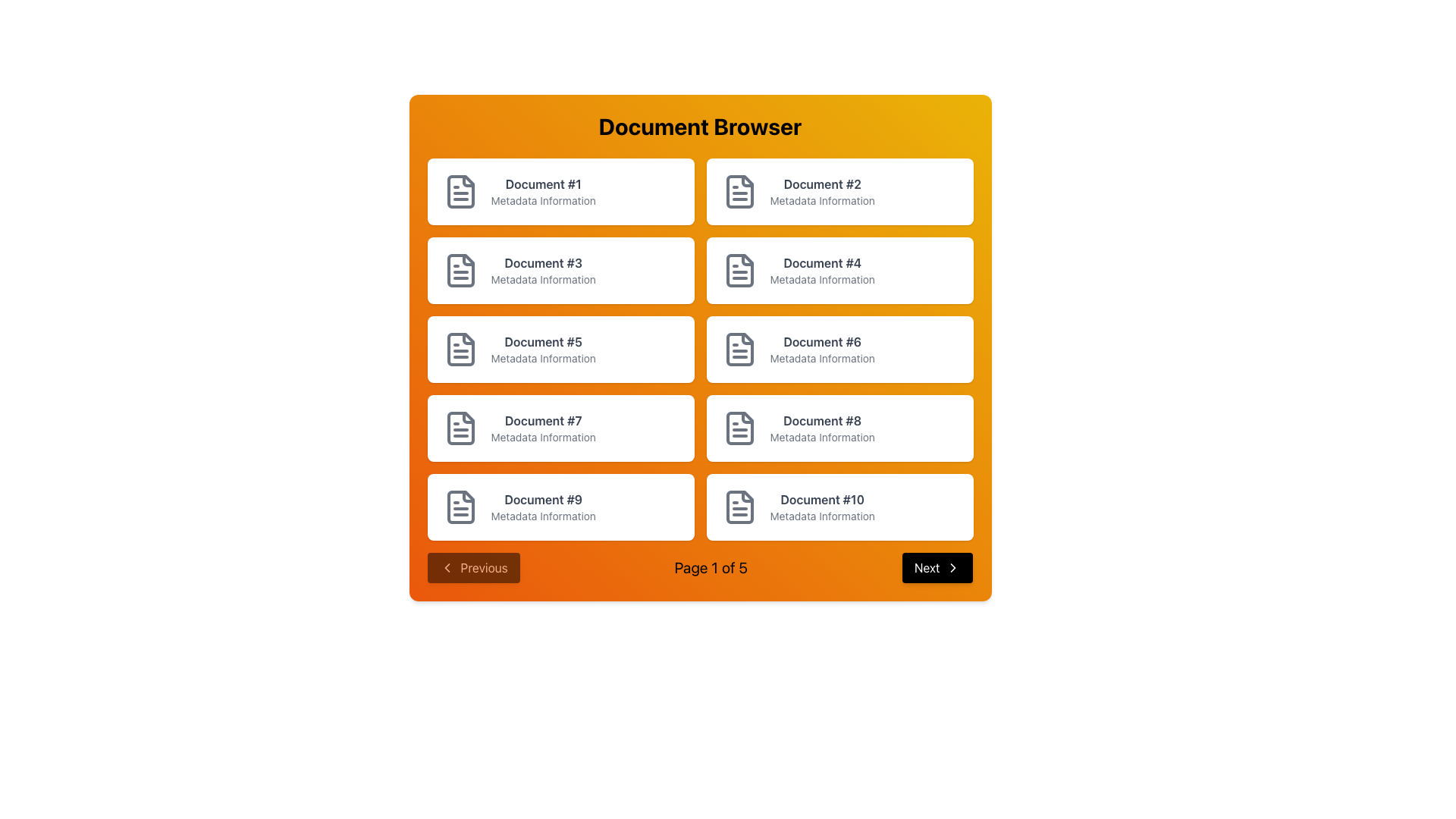  Describe the element at coordinates (460, 428) in the screenshot. I see `the document icon represented by an SVG graphic, which features a rectangular sheet with a folded corner and horizontal lines, located within the card labeled 'Document #7'` at that location.